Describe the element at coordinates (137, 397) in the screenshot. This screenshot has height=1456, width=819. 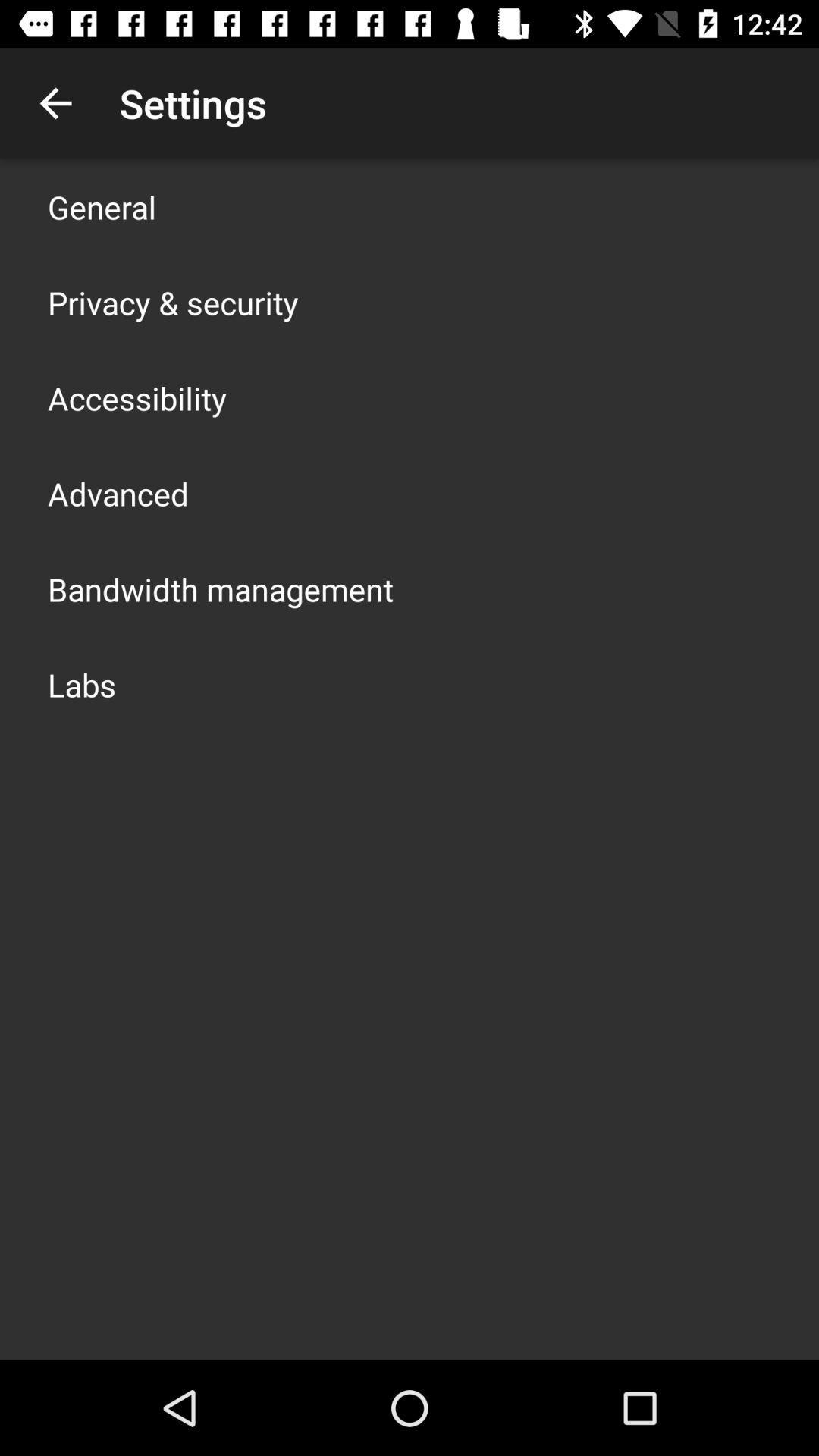
I see `accessibility icon` at that location.